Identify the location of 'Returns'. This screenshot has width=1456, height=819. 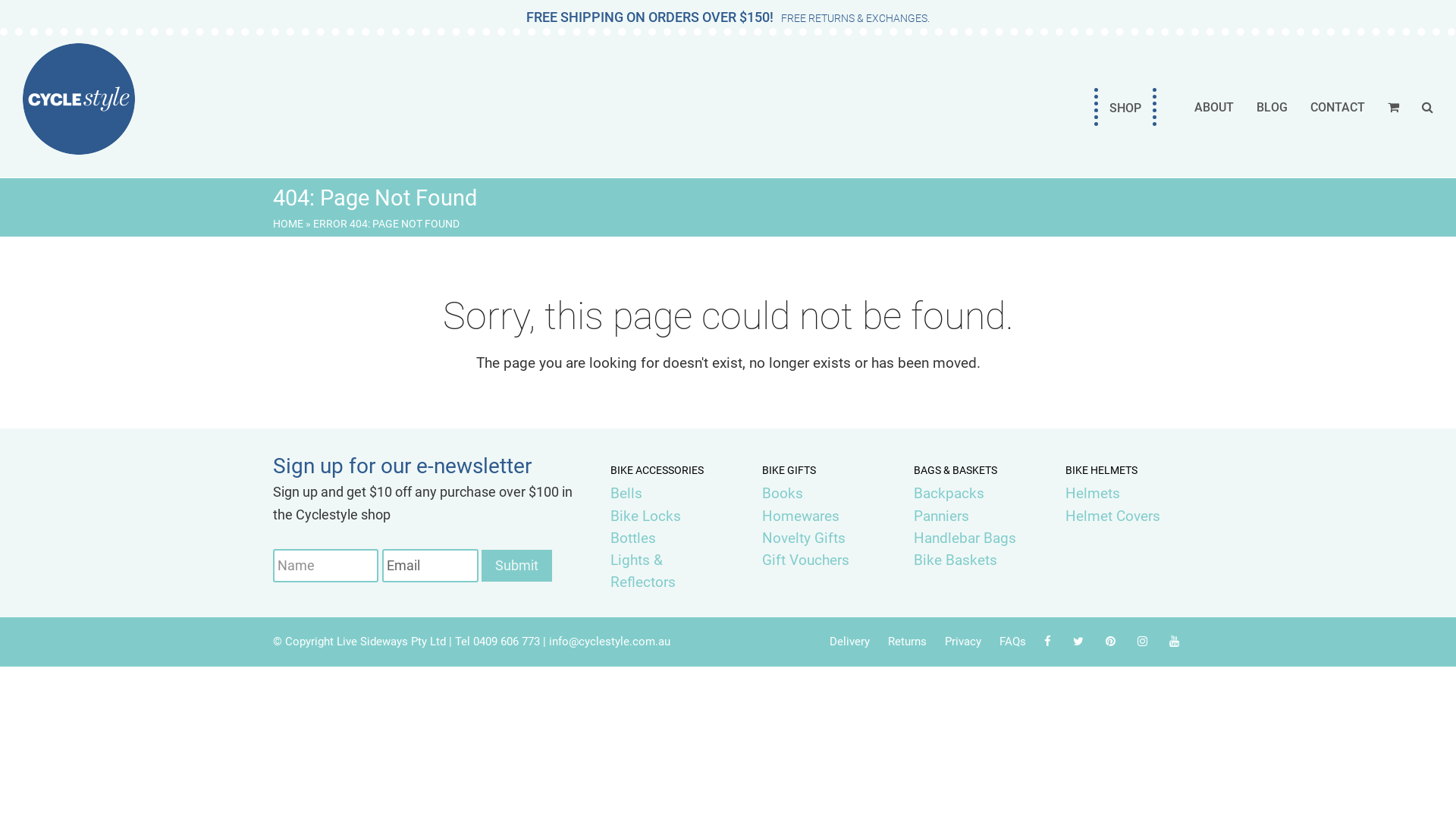
(907, 641).